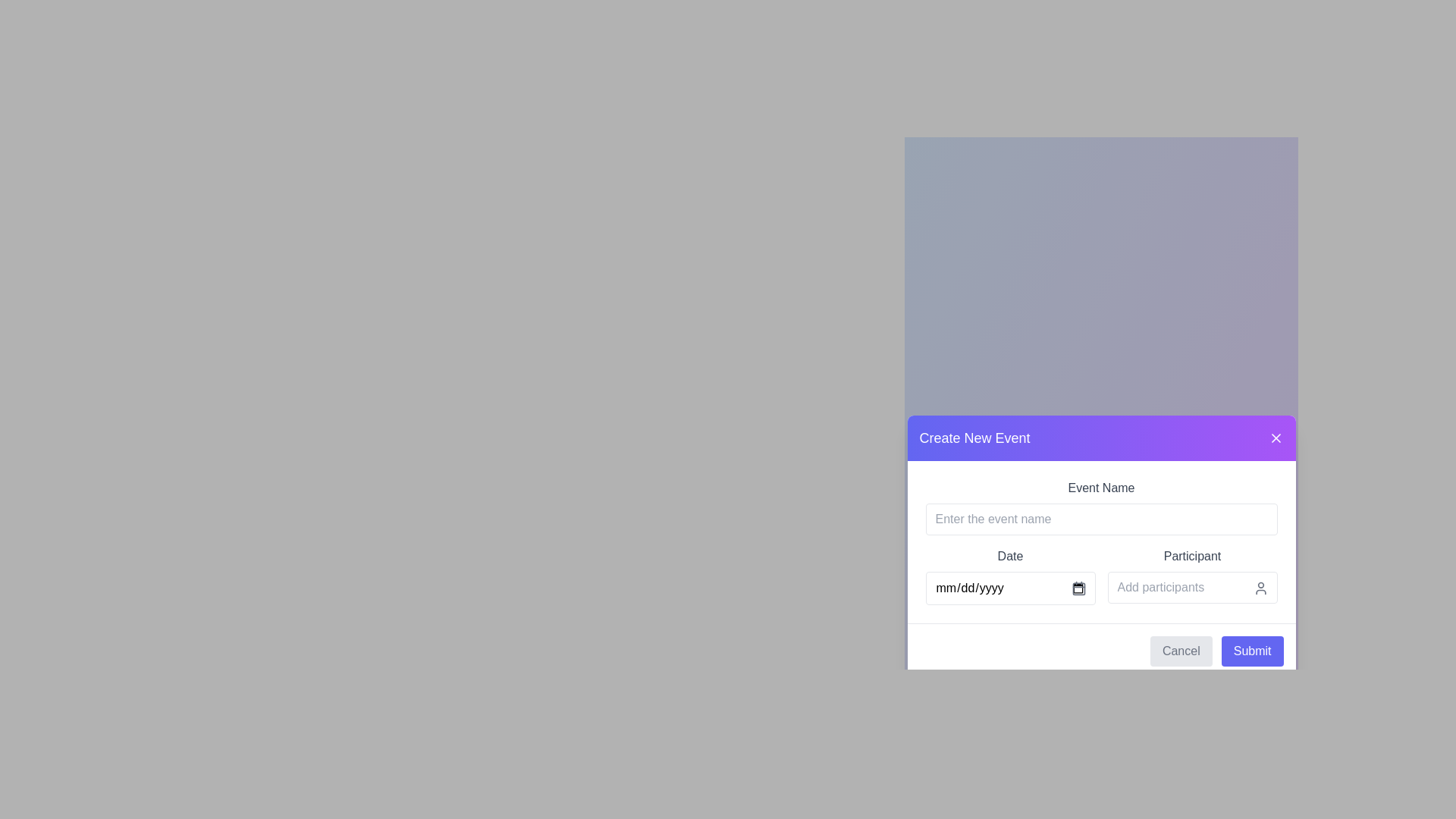 The width and height of the screenshot is (1456, 819). Describe the element at coordinates (1191, 556) in the screenshot. I see `the gray text label displaying 'Participant' located within the 'Create New Event' modal dialog, positioned below the date field and above the 'Add participants' input` at that location.